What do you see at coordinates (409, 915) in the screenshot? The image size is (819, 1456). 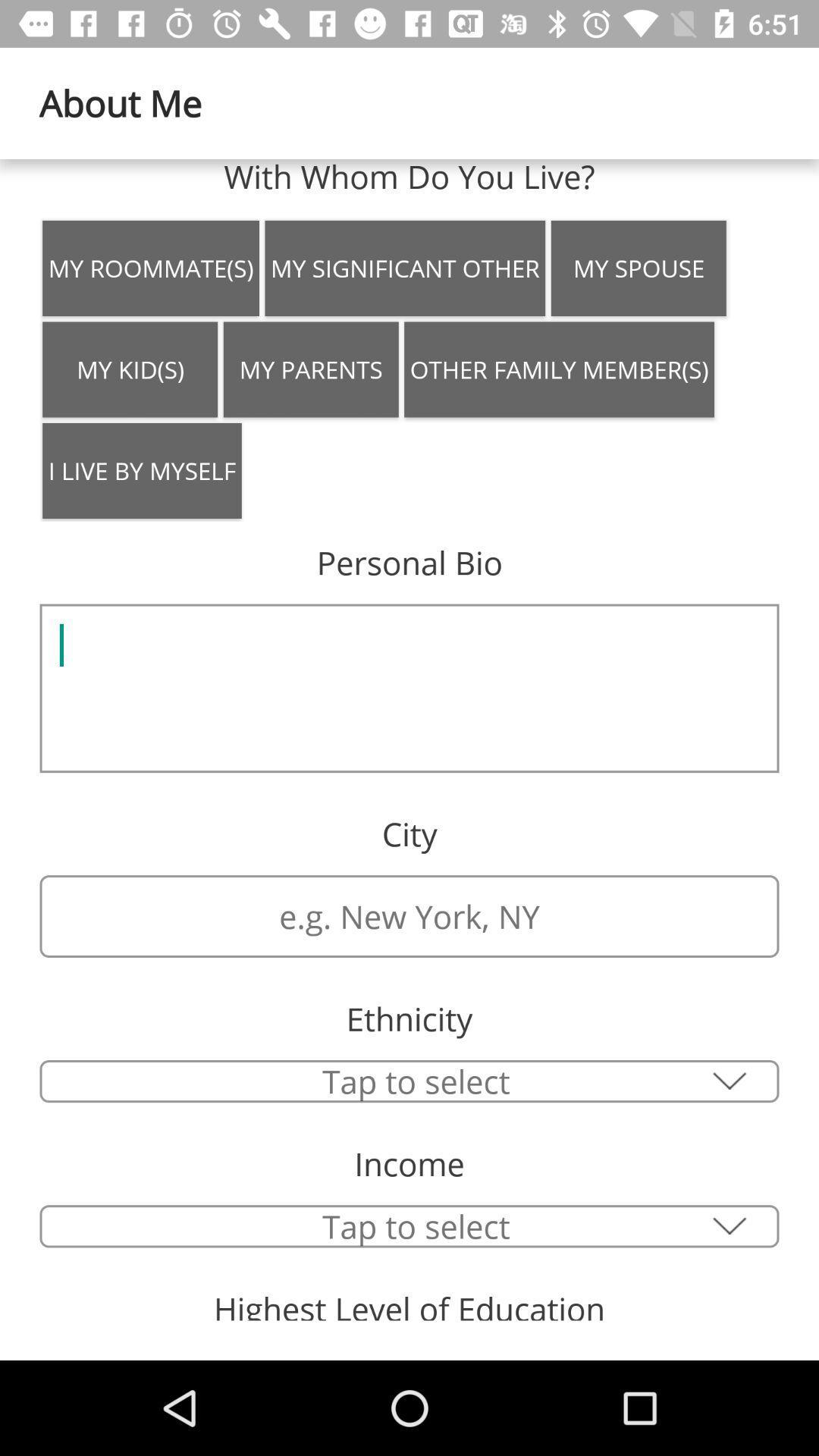 I see `type your city` at bounding box center [409, 915].